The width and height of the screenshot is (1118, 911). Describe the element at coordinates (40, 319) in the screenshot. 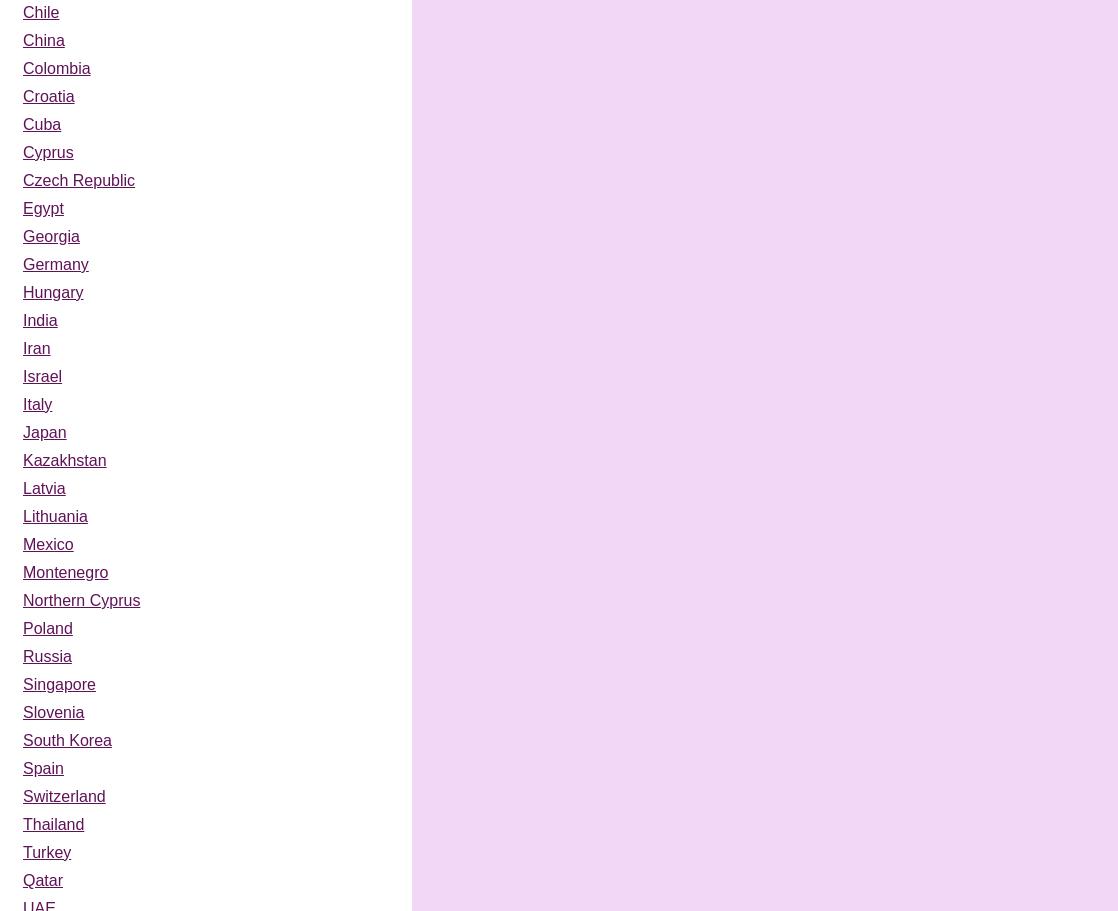

I see `'India'` at that location.